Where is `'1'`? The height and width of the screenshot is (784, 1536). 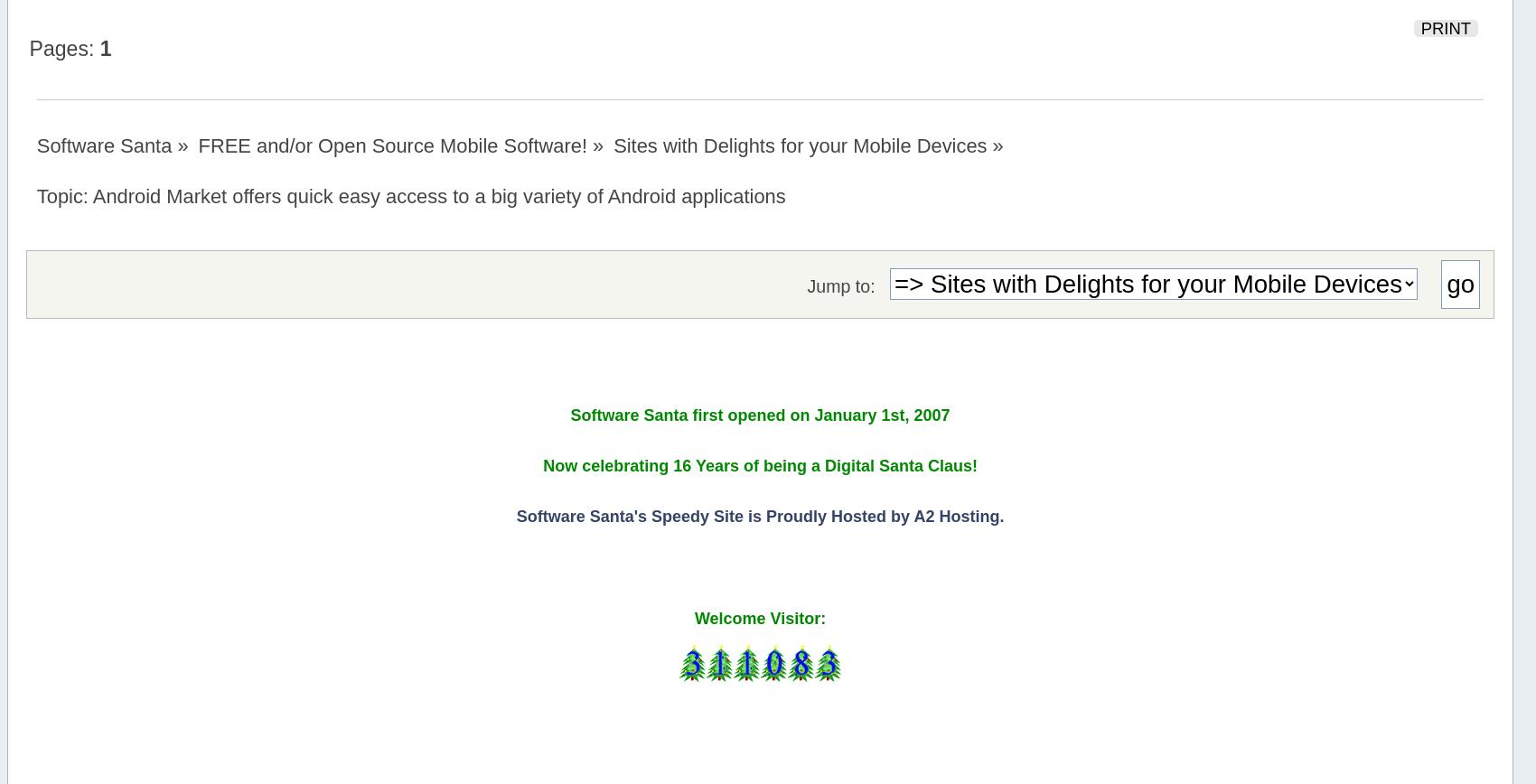
'1' is located at coordinates (104, 48).